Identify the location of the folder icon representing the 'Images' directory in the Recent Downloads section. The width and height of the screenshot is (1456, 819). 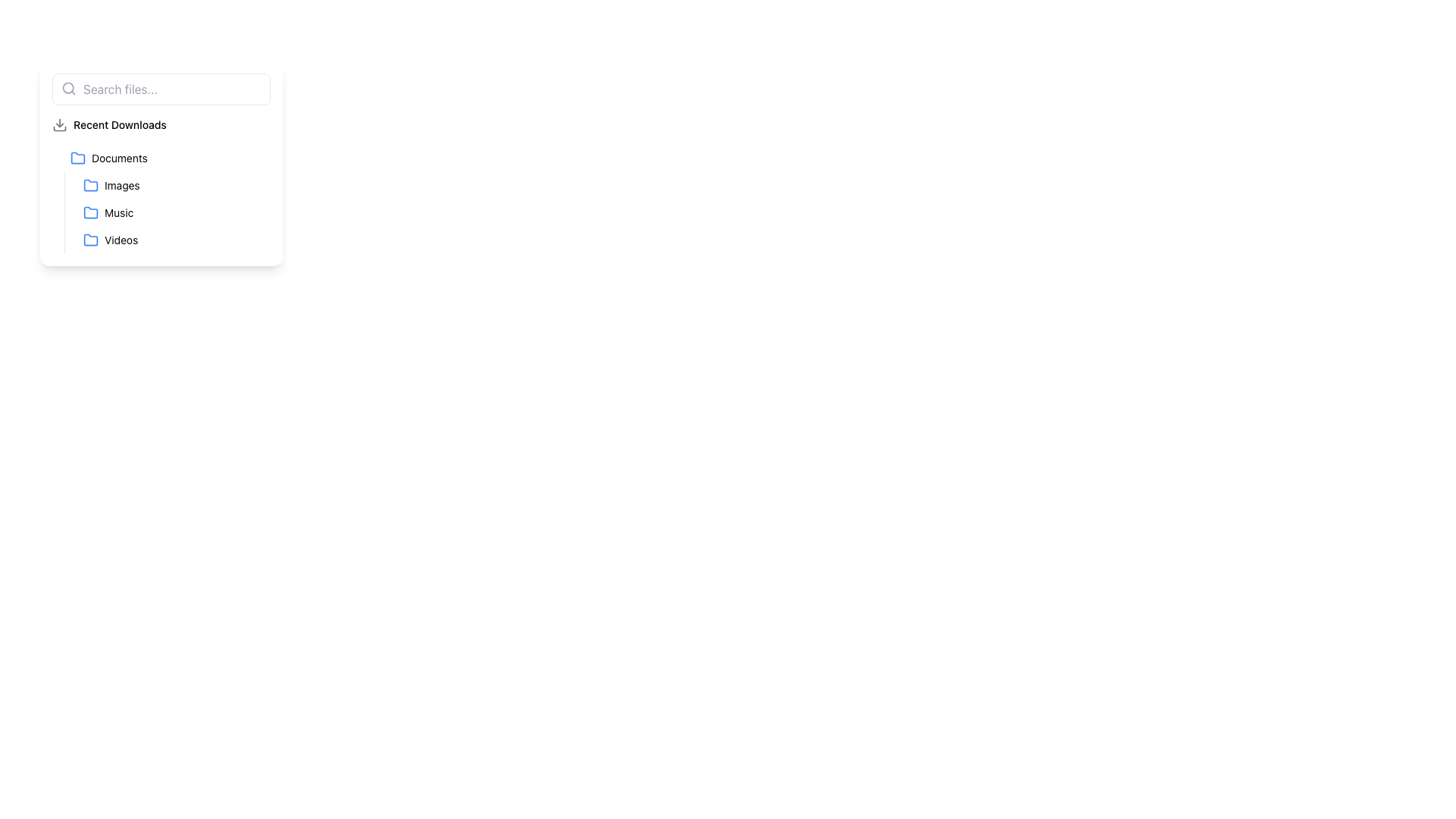
(90, 185).